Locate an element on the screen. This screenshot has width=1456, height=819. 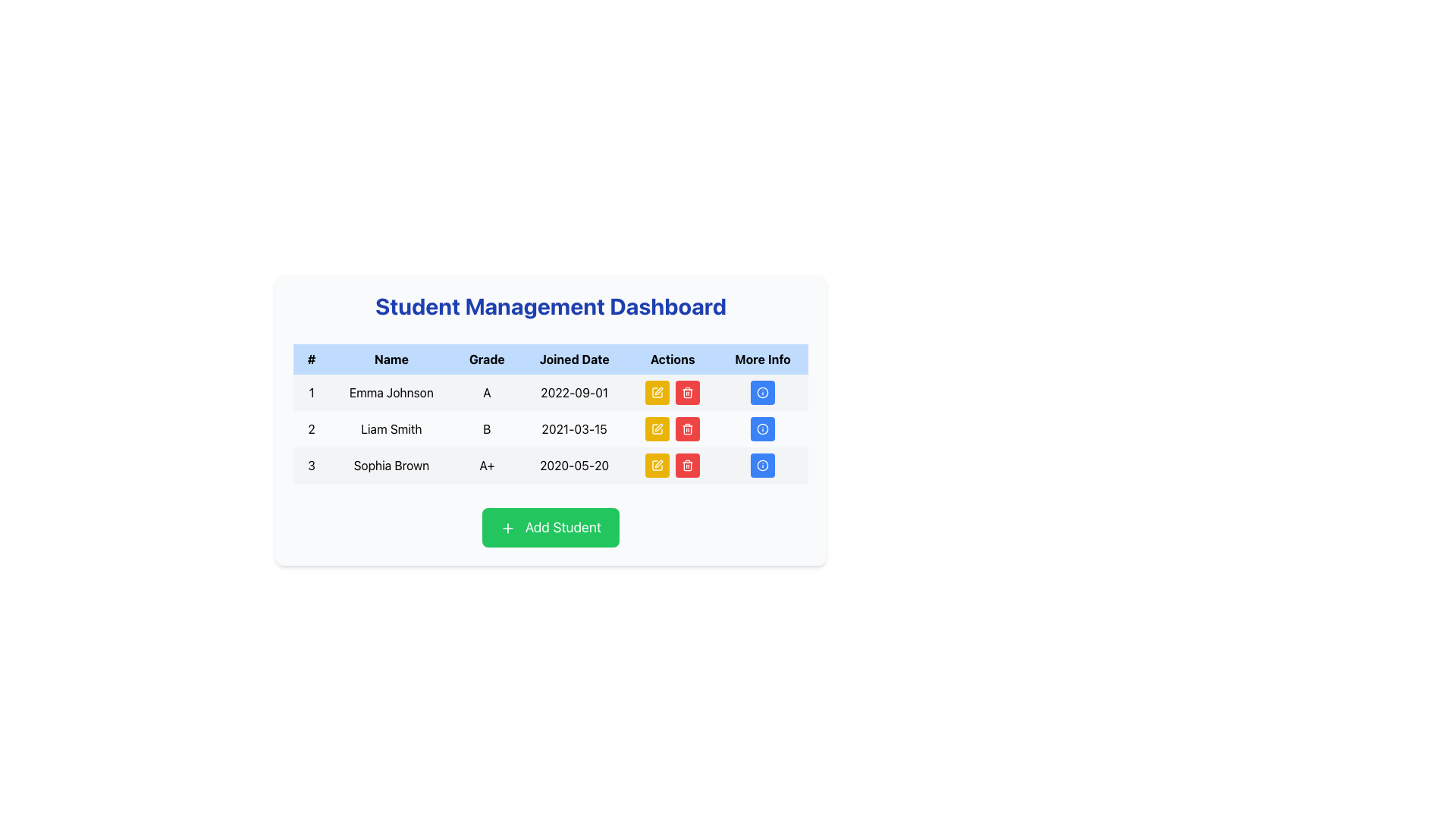
the trash icon in the Action column for the row corresponding to Sophia Brown is located at coordinates (687, 466).